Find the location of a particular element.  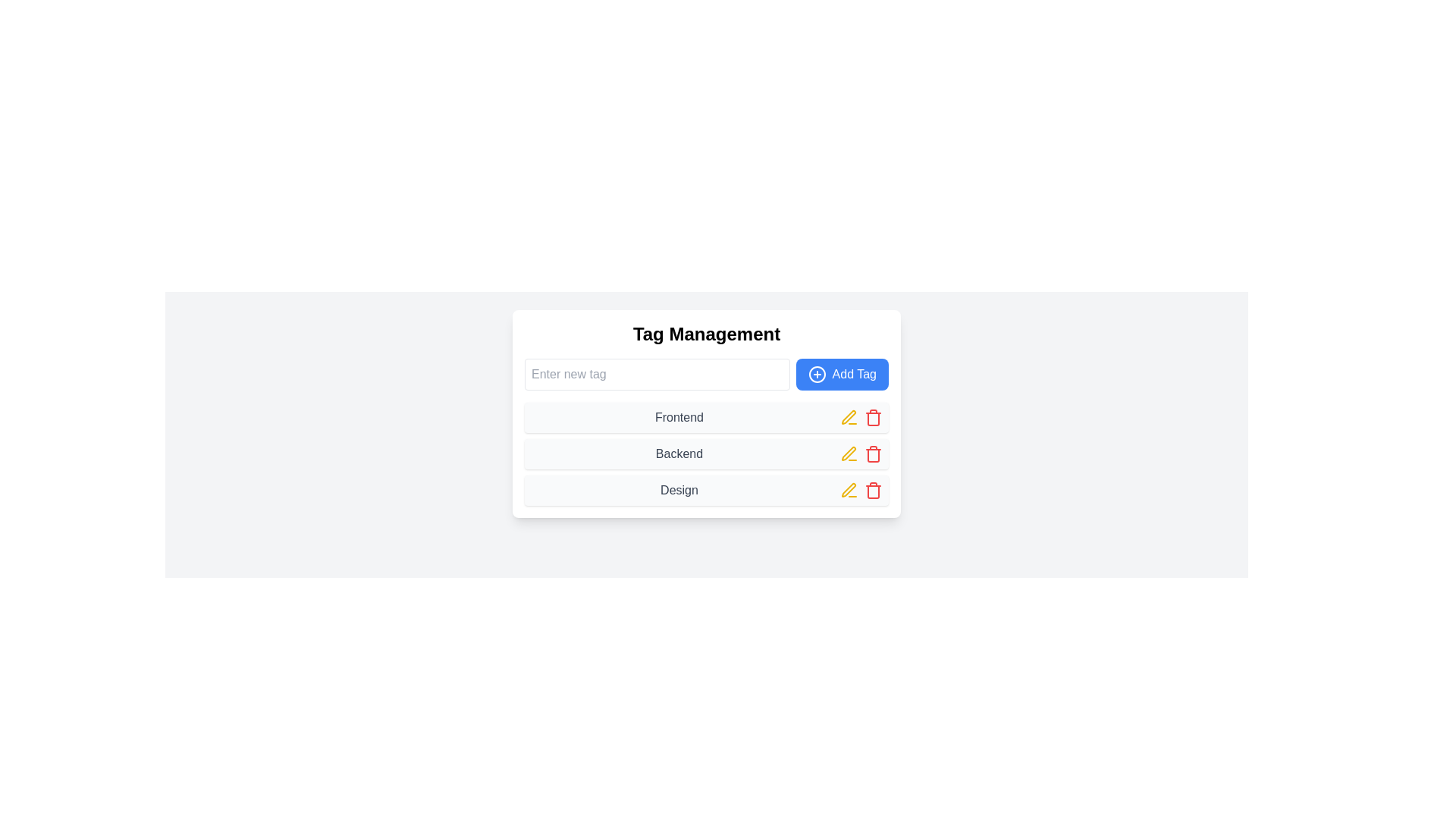

the circular graphical element that is part of the plus icon located next to the 'Add Tag' button in the 'Tag Management' interface to interact with it is located at coordinates (816, 374).